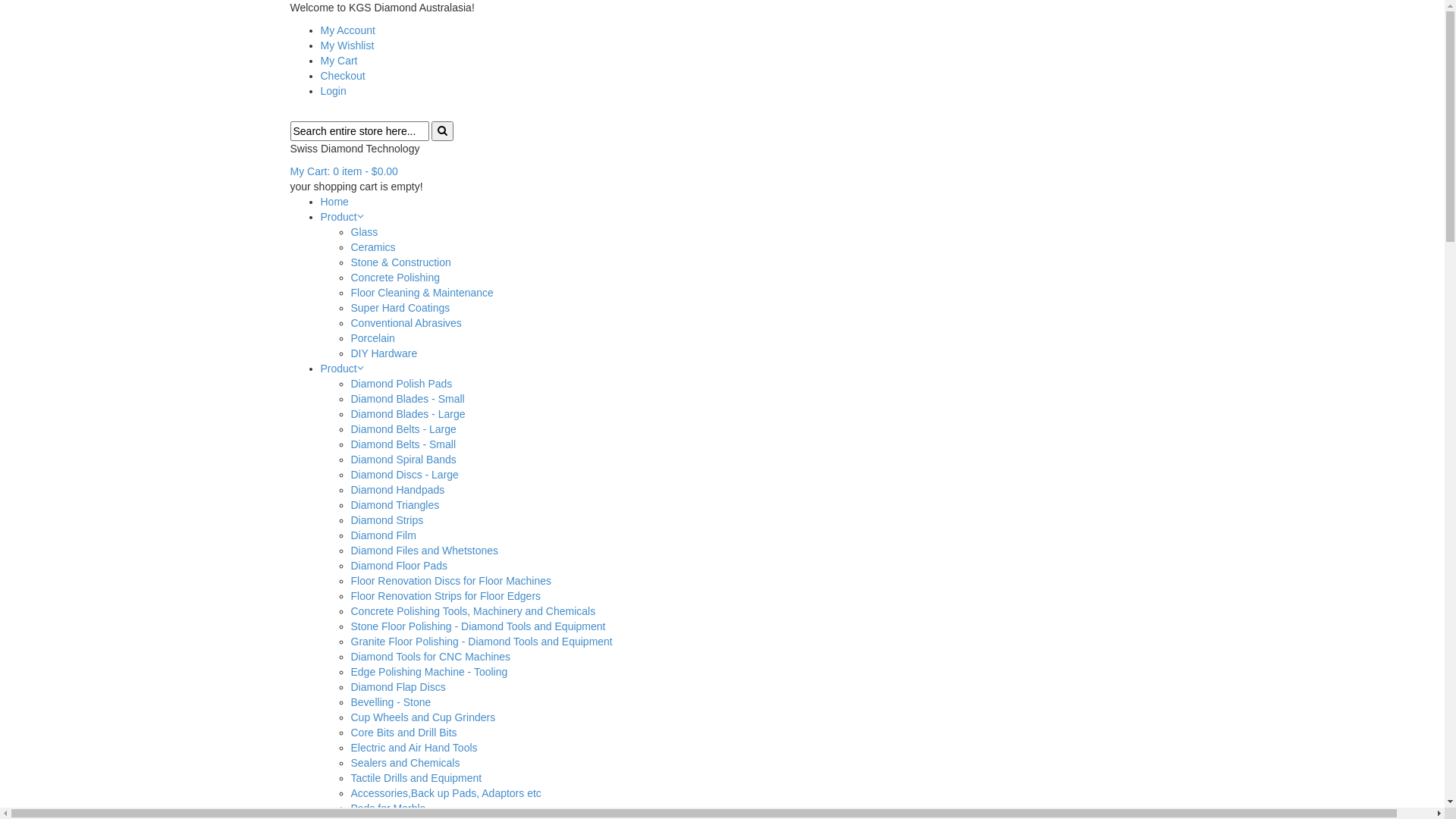  Describe the element at coordinates (428, 671) in the screenshot. I see `'Edge Polishing Machine - Tooling'` at that location.